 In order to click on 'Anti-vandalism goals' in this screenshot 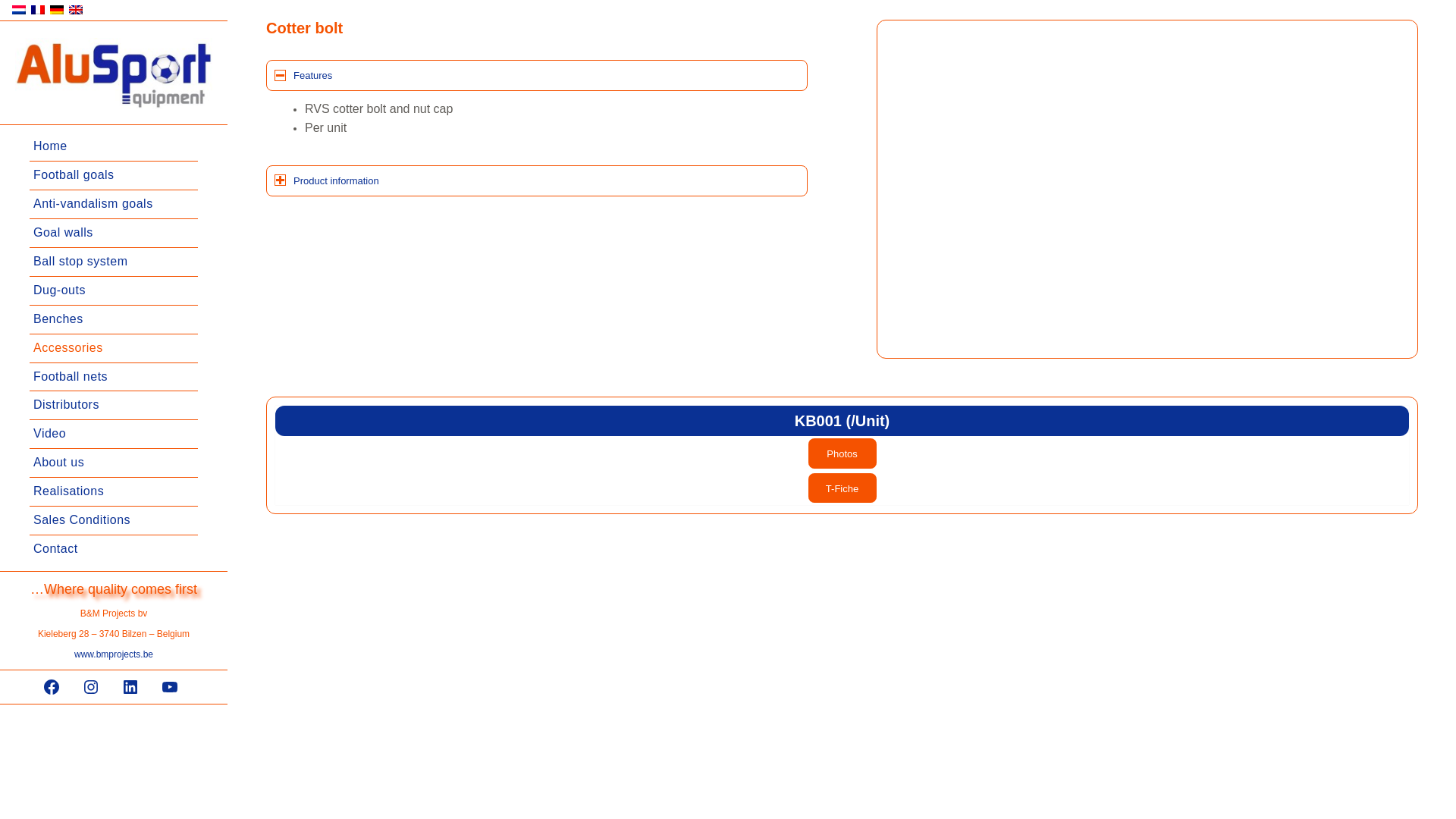, I will do `click(112, 205)`.